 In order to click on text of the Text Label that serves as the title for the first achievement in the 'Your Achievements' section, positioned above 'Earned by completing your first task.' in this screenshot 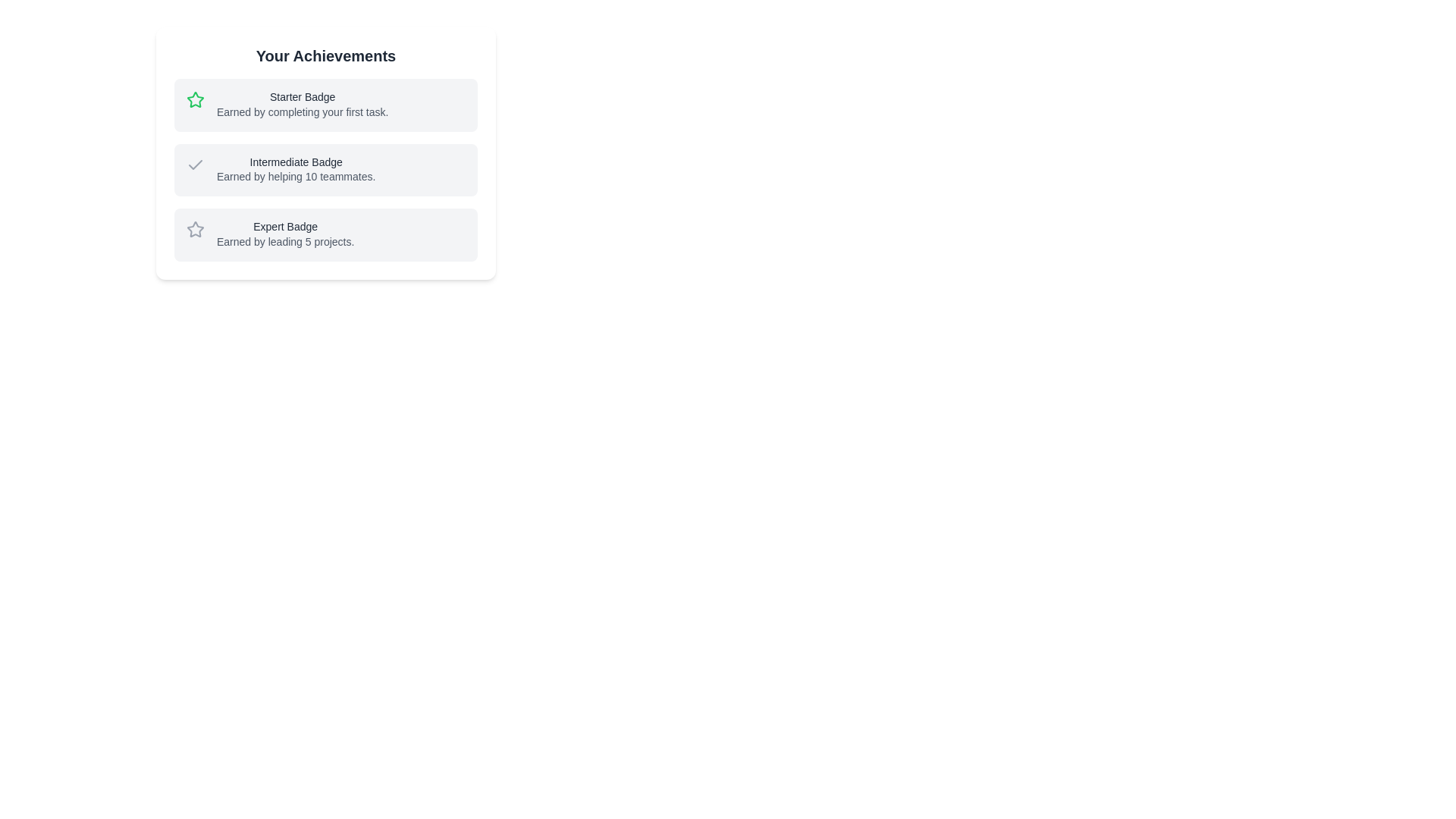, I will do `click(303, 97)`.